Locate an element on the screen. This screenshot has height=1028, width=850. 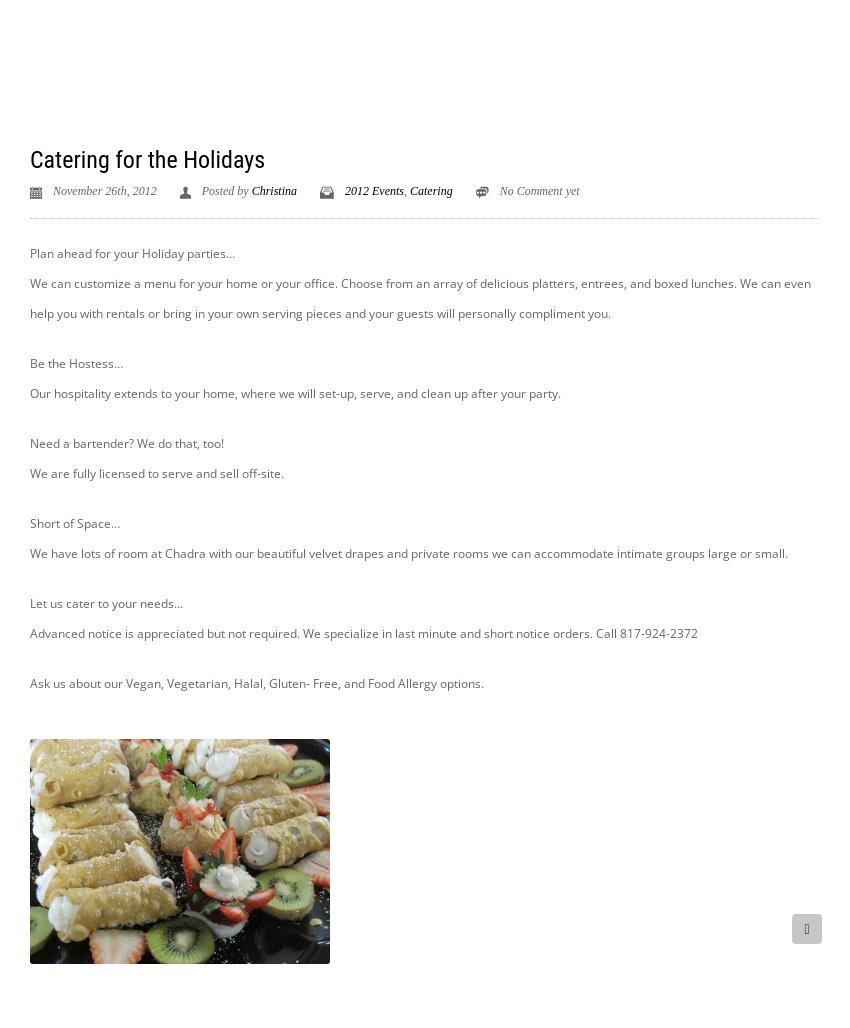
'November 26th, 2012' is located at coordinates (104, 191).